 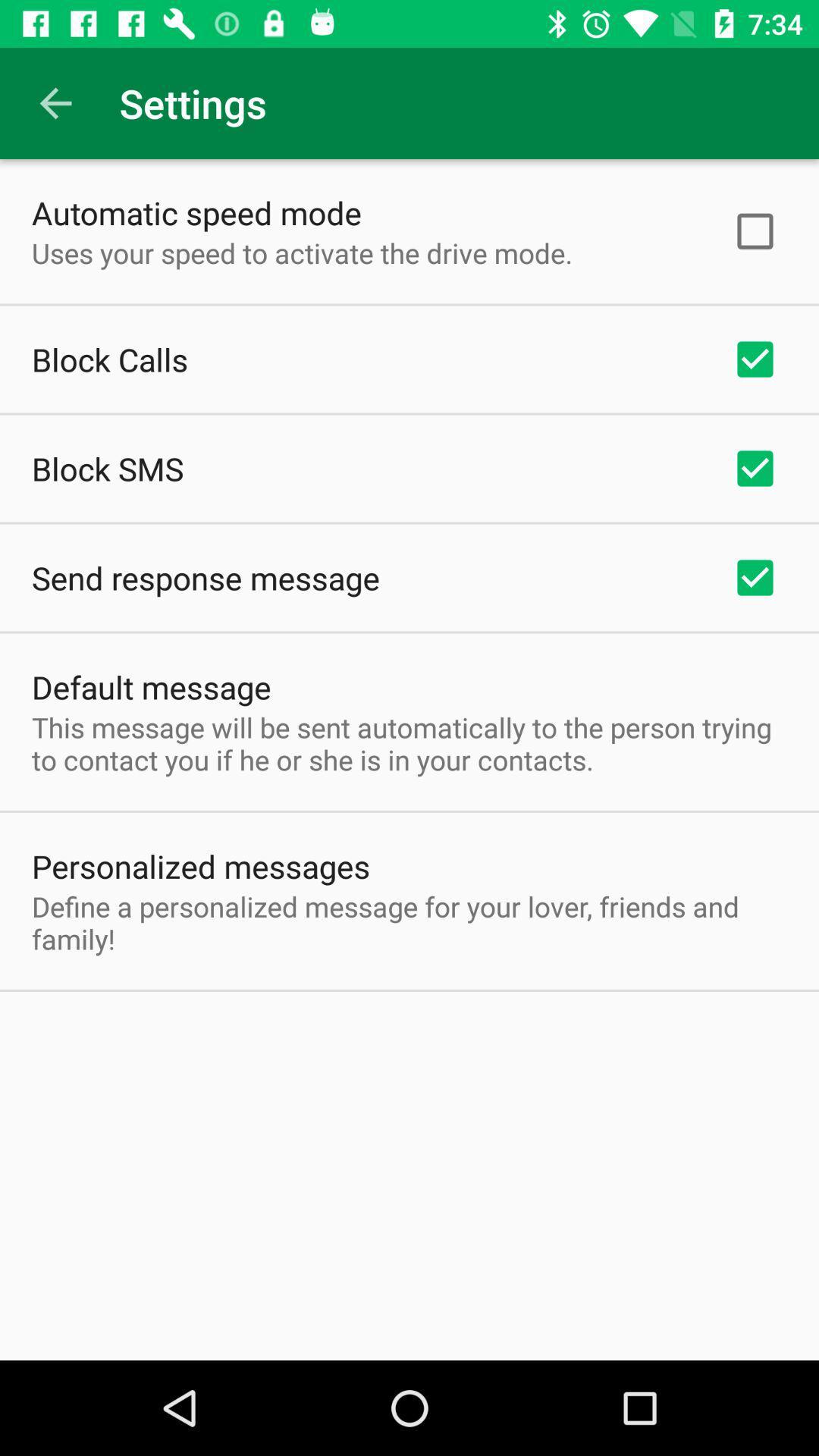 I want to click on the define a personalized item, so click(x=409, y=921).